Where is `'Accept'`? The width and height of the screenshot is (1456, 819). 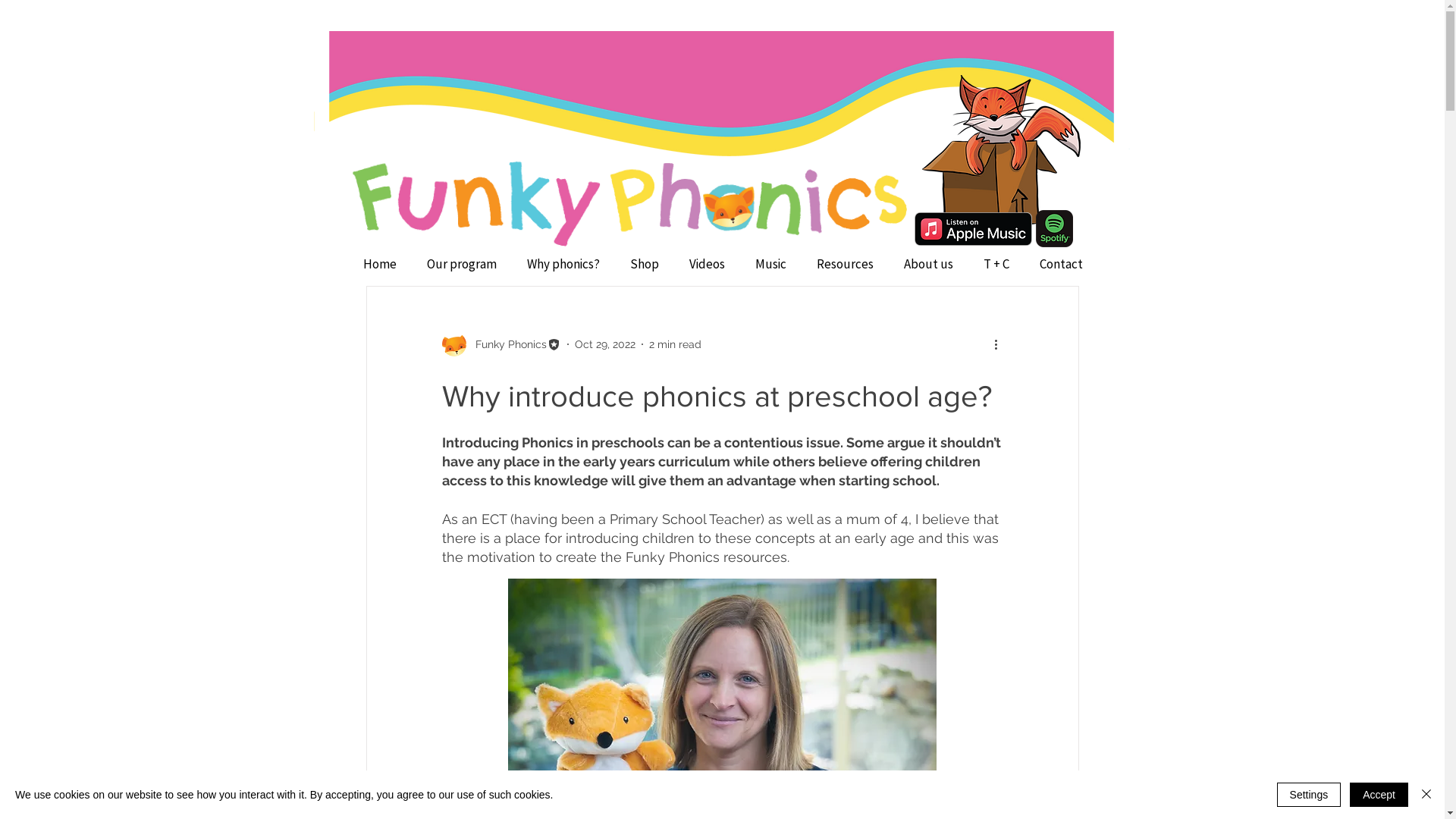
'Accept' is located at coordinates (1379, 794).